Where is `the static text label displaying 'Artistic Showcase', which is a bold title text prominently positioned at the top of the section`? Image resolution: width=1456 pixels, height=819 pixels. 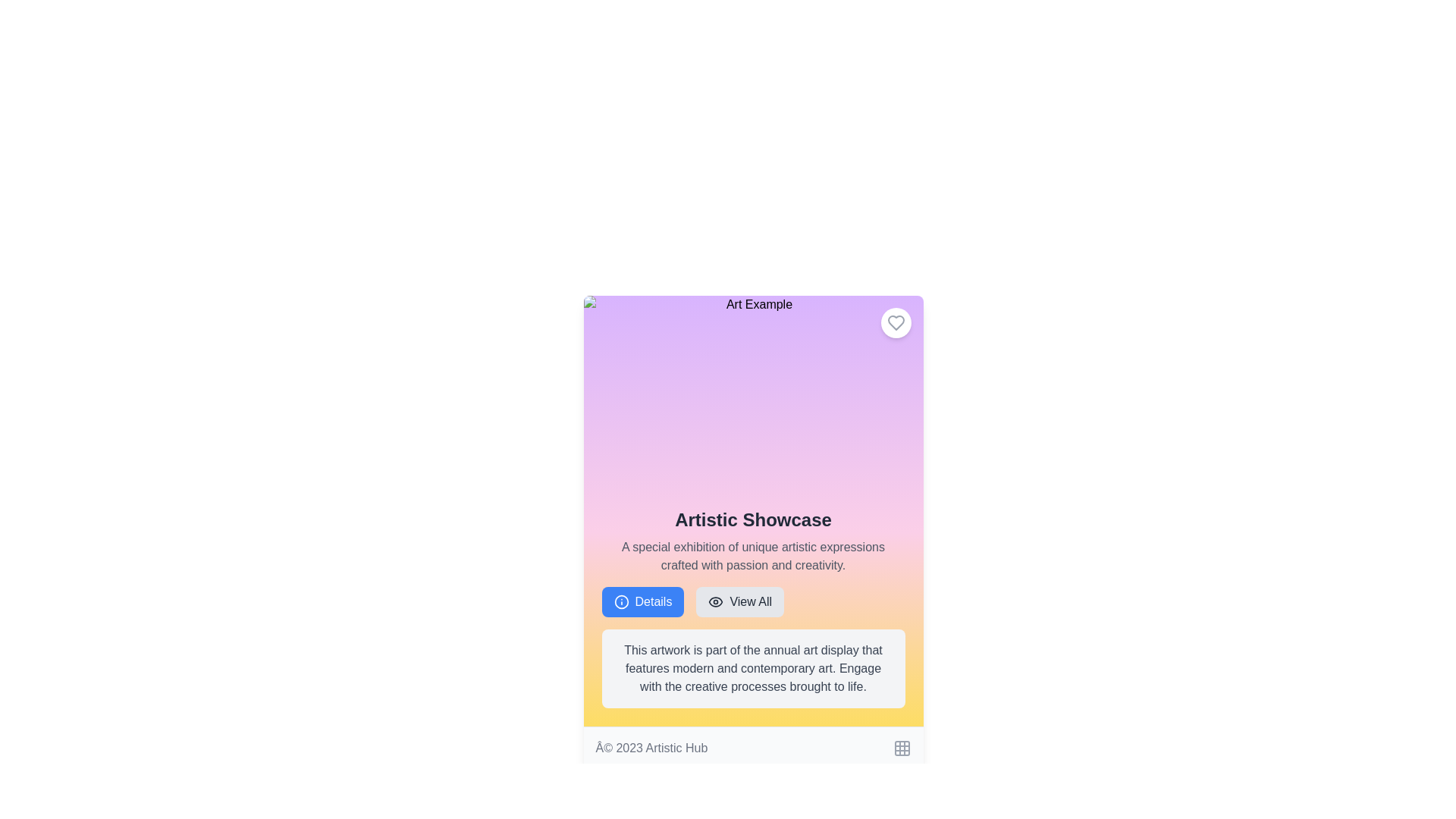 the static text label displaying 'Artistic Showcase', which is a bold title text prominently positioned at the top of the section is located at coordinates (753, 519).